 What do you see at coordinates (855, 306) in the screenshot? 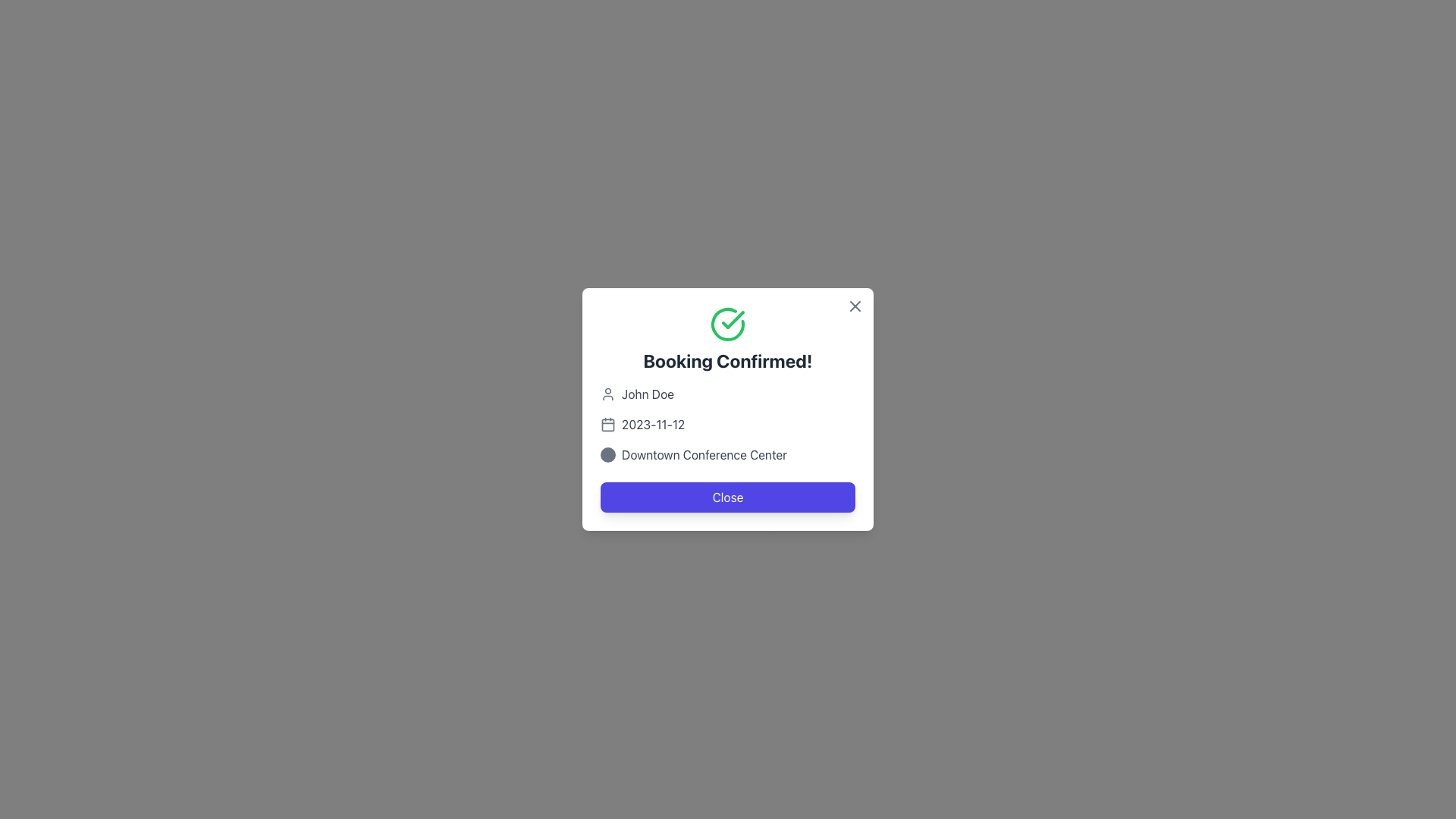
I see `the close button with a gray 'X' icon located at the top-right corner of the white pop-up box` at bounding box center [855, 306].